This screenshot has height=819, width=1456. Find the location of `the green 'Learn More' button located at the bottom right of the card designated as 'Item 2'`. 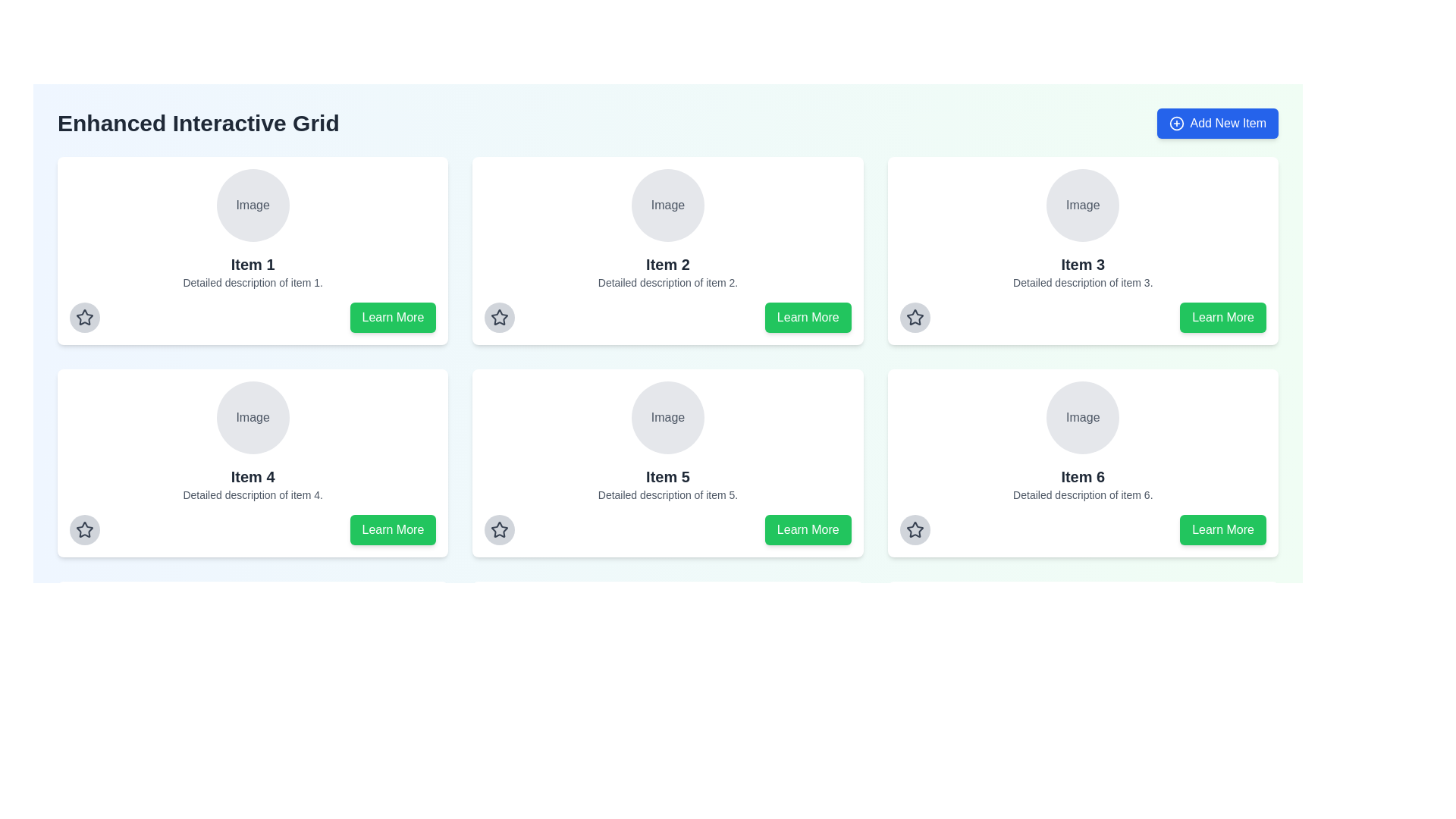

the green 'Learn More' button located at the bottom right of the card designated as 'Item 2' is located at coordinates (807, 317).